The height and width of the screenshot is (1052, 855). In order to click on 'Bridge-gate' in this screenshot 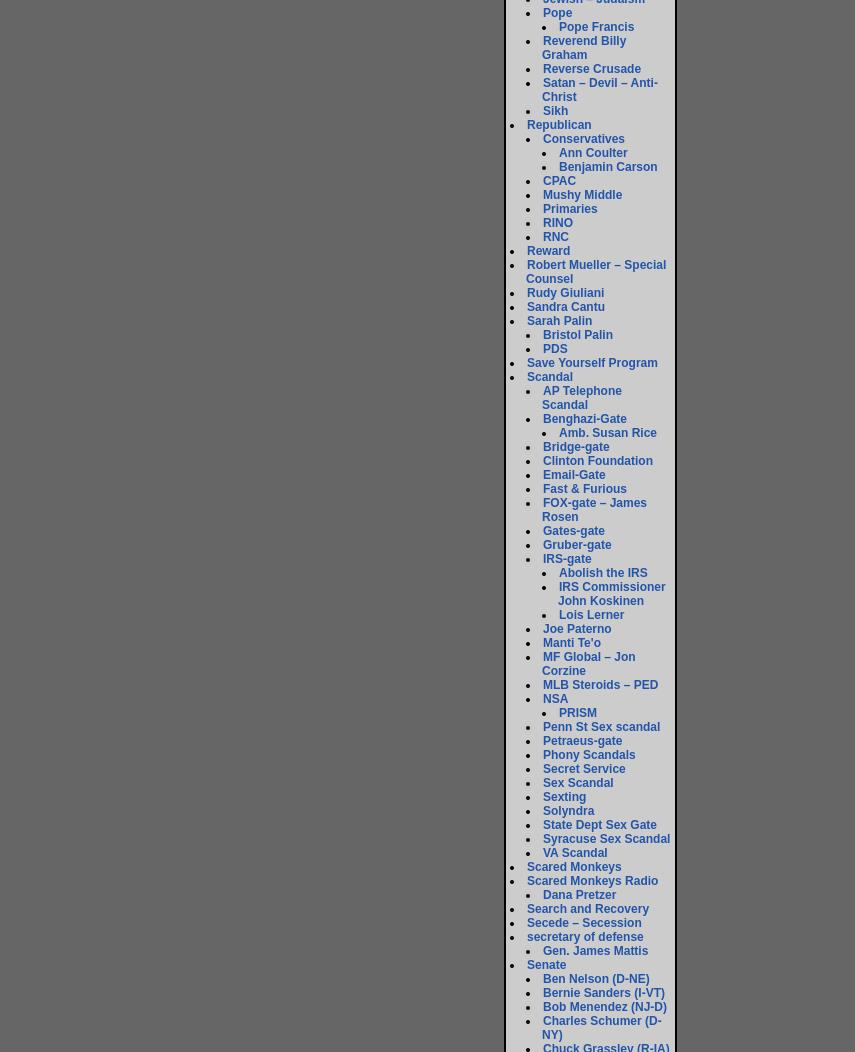, I will do `click(575, 446)`.